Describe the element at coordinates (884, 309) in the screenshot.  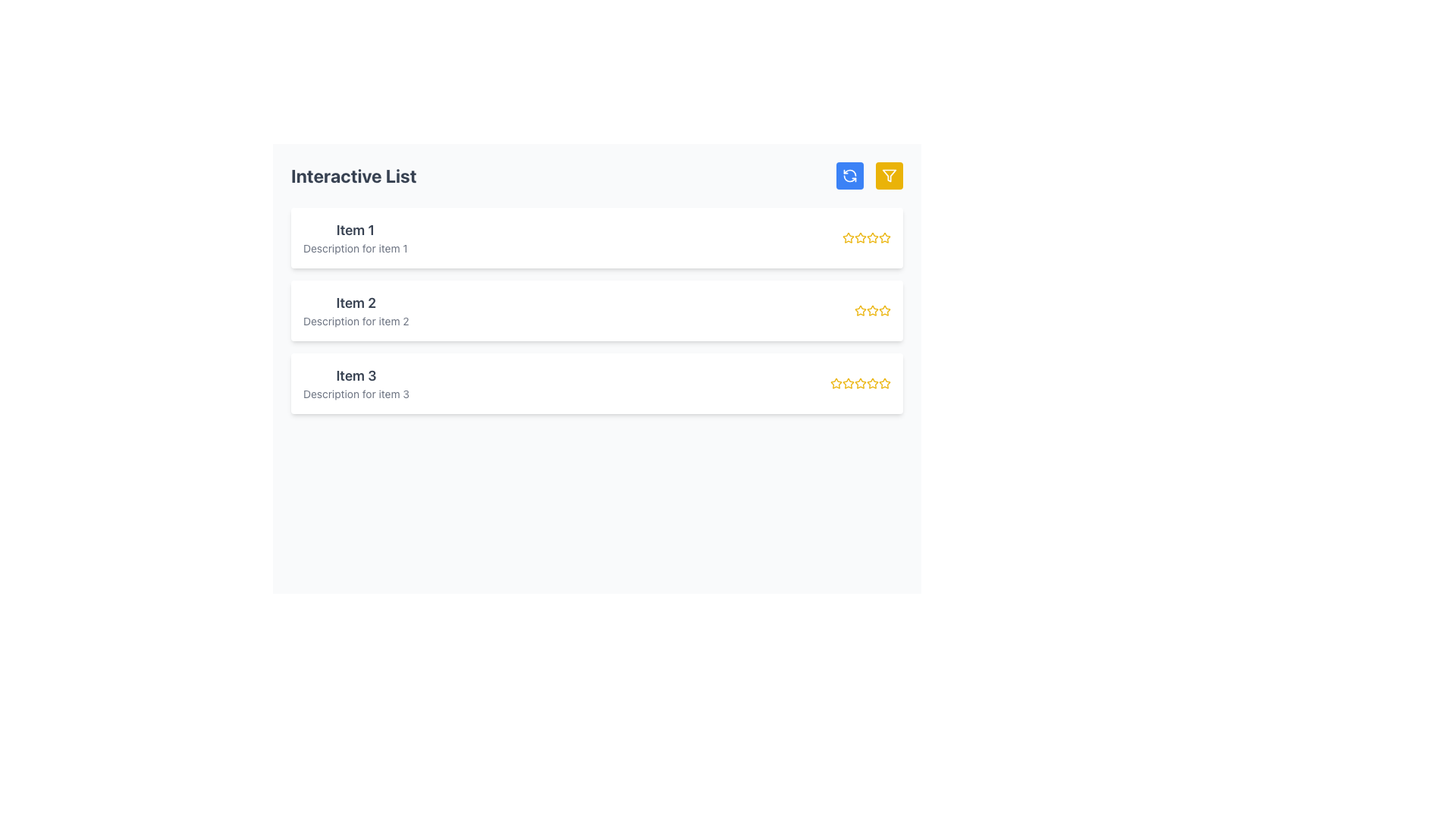
I see `the fifth star icon in the rating indicator to set a rating value` at that location.